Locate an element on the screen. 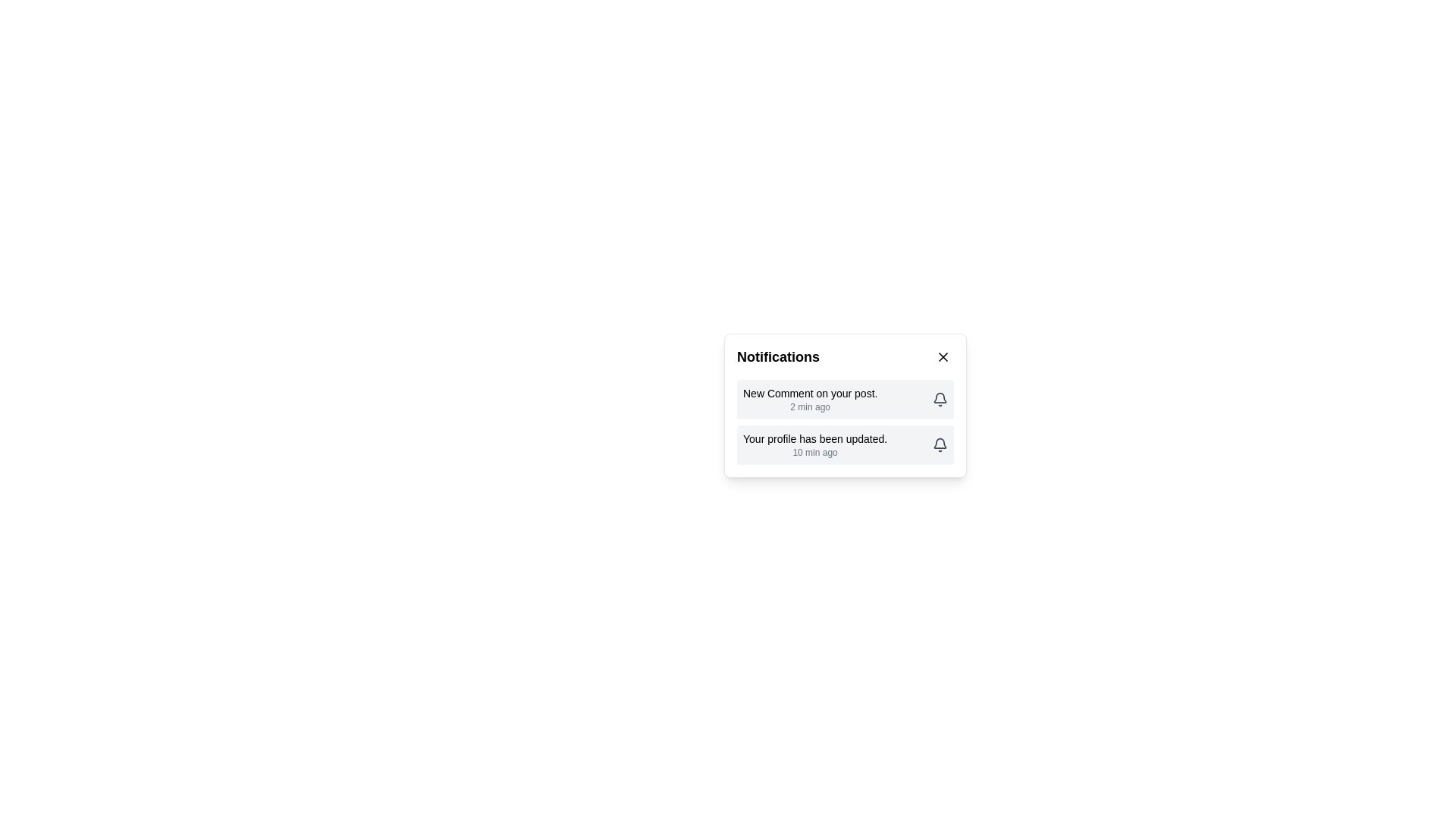  the 'Notifications' header bar in the notifications pop-up, which includes a close button ('X') is located at coordinates (844, 356).